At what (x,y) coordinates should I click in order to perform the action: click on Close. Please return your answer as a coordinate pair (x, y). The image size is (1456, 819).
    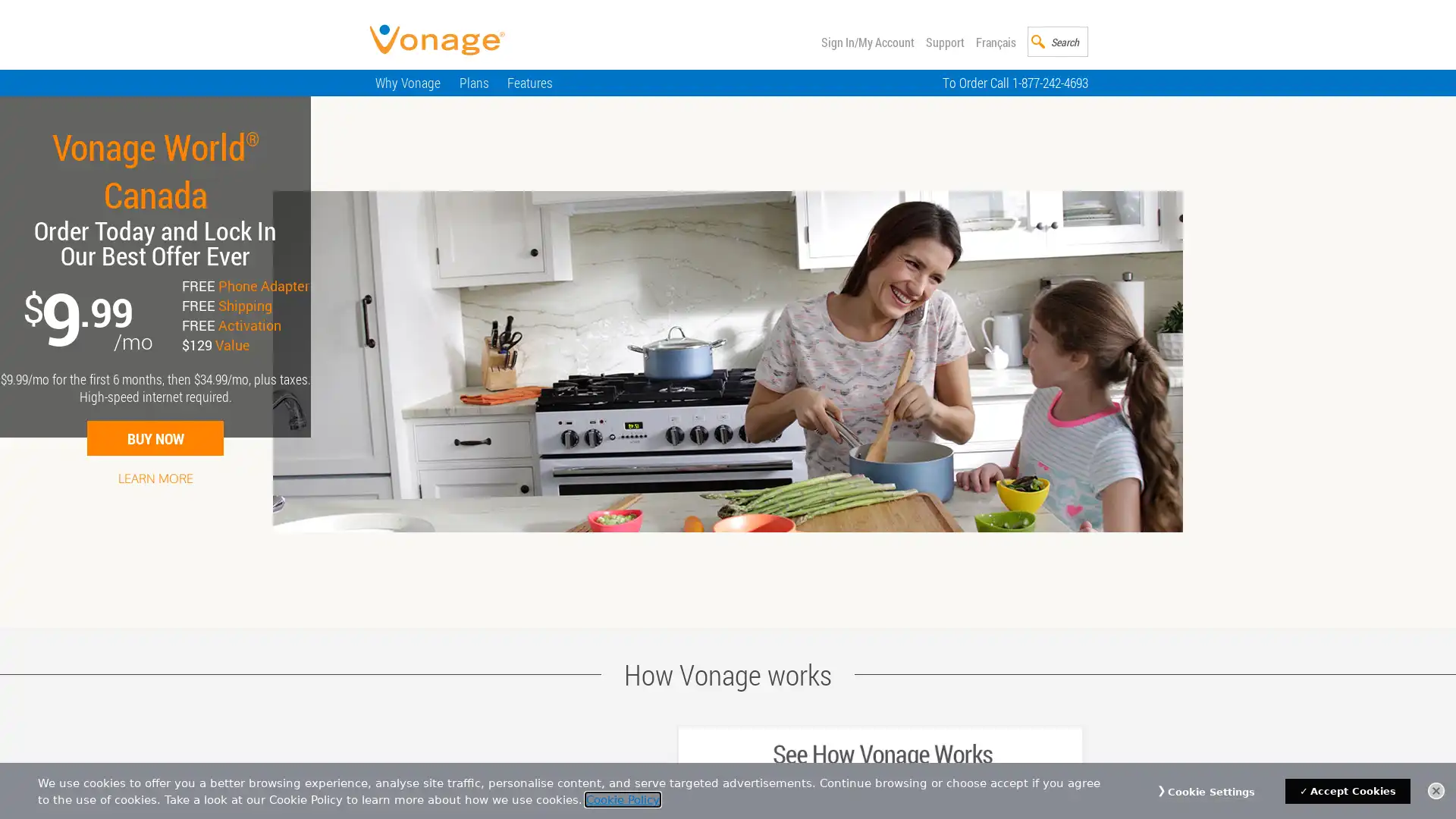
    Looking at the image, I should click on (1436, 789).